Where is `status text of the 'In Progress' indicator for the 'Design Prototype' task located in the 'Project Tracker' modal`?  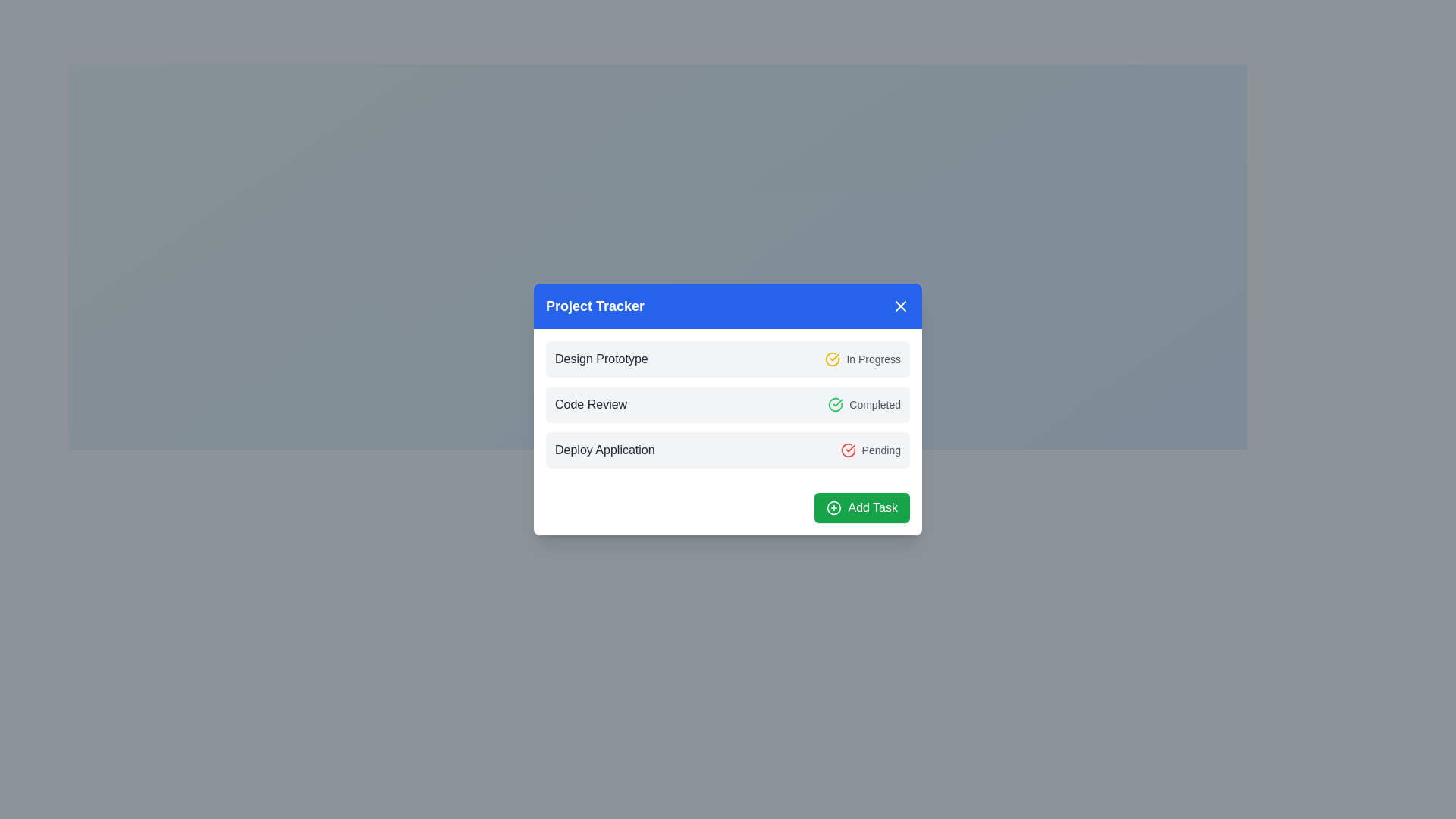 status text of the 'In Progress' indicator for the 'Design Prototype' task located in the 'Project Tracker' modal is located at coordinates (863, 359).